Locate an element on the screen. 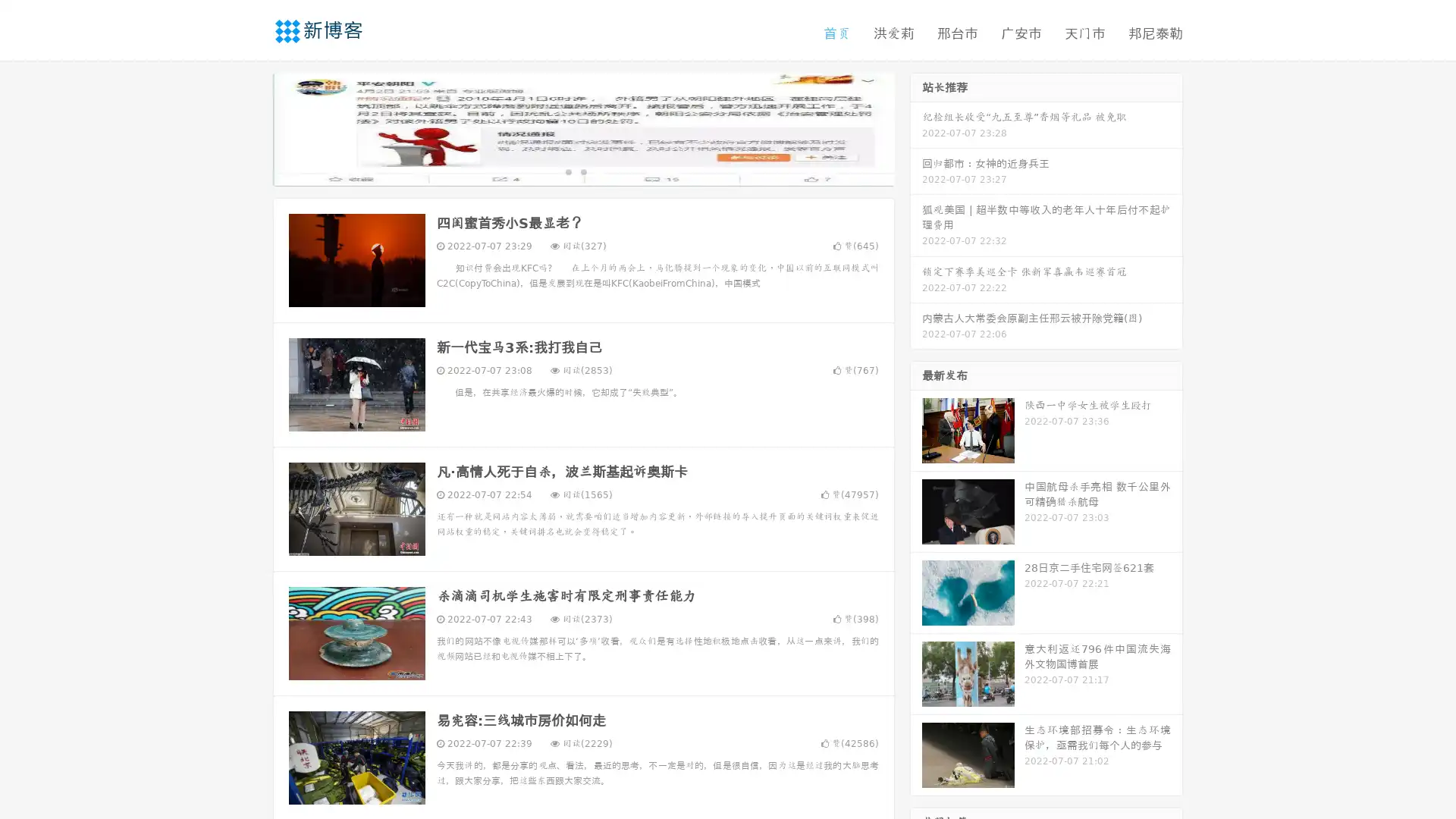 This screenshot has height=819, width=1456. Go to slide 3 is located at coordinates (598, 171).